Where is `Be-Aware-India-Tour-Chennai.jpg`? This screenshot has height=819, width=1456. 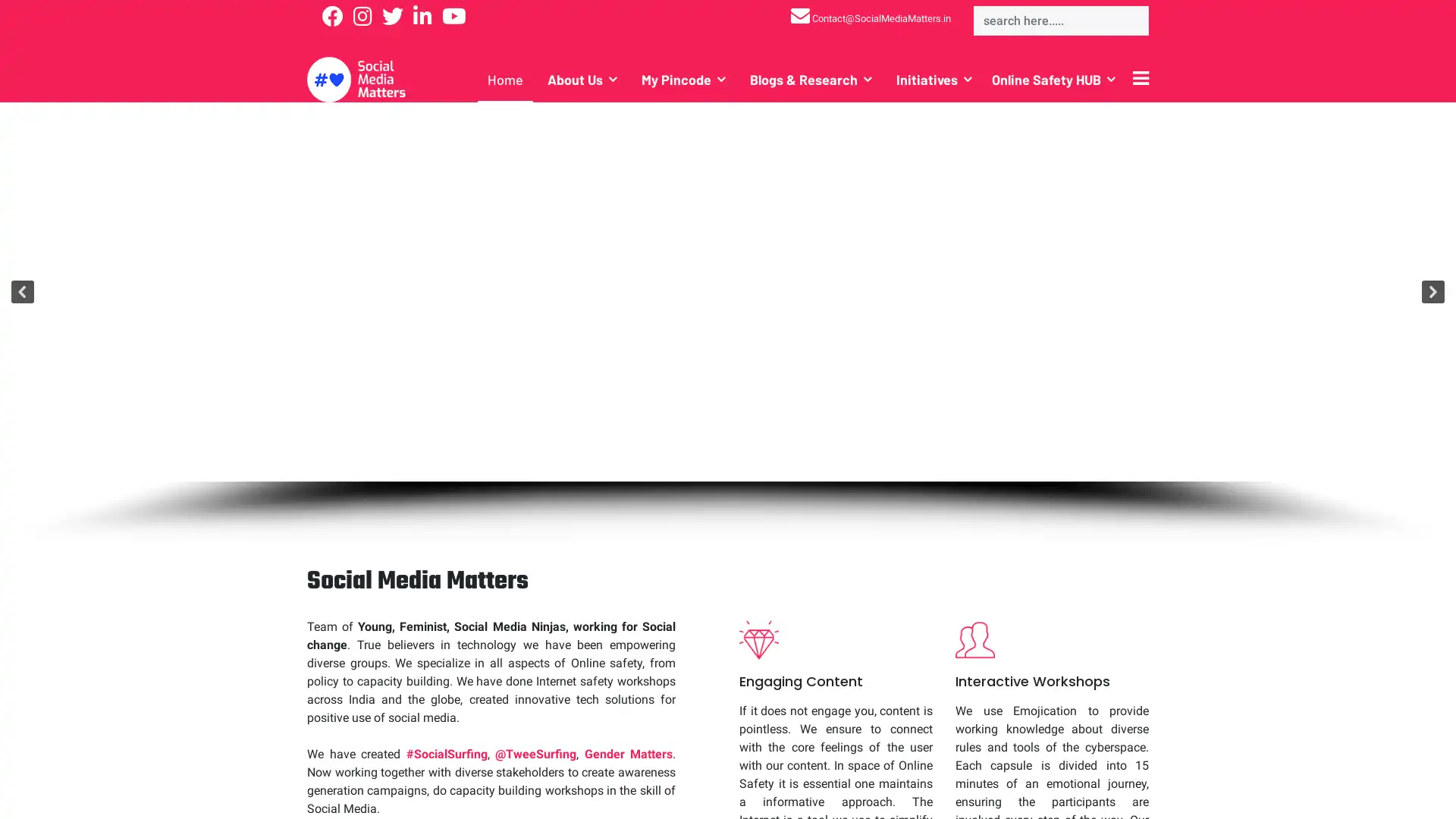
Be-Aware-India-Tour-Chennai.jpg is located at coordinates (652, 466).